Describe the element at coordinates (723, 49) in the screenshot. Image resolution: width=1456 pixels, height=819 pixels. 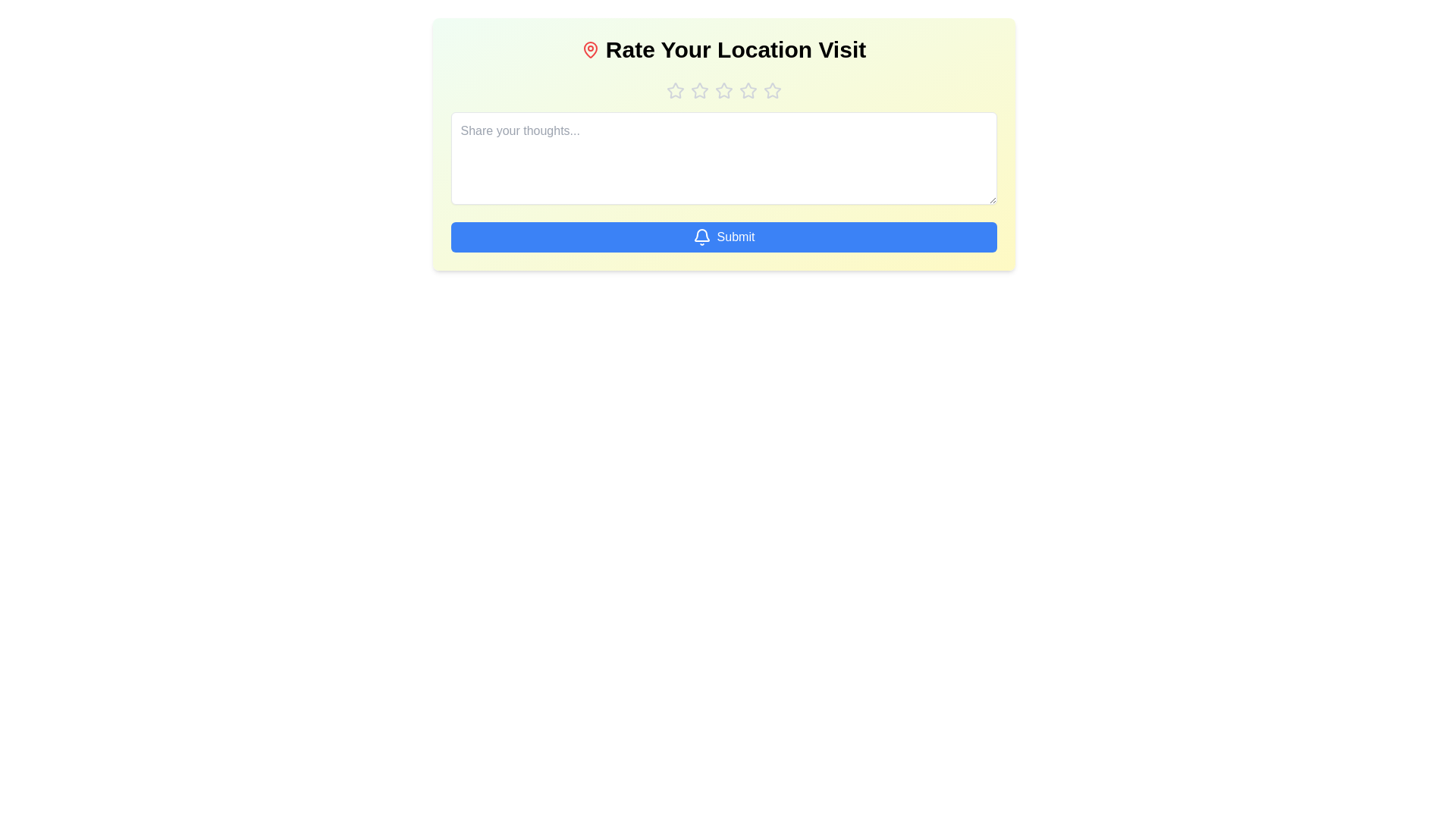
I see `the text 'Rate Your Location Visit'` at that location.